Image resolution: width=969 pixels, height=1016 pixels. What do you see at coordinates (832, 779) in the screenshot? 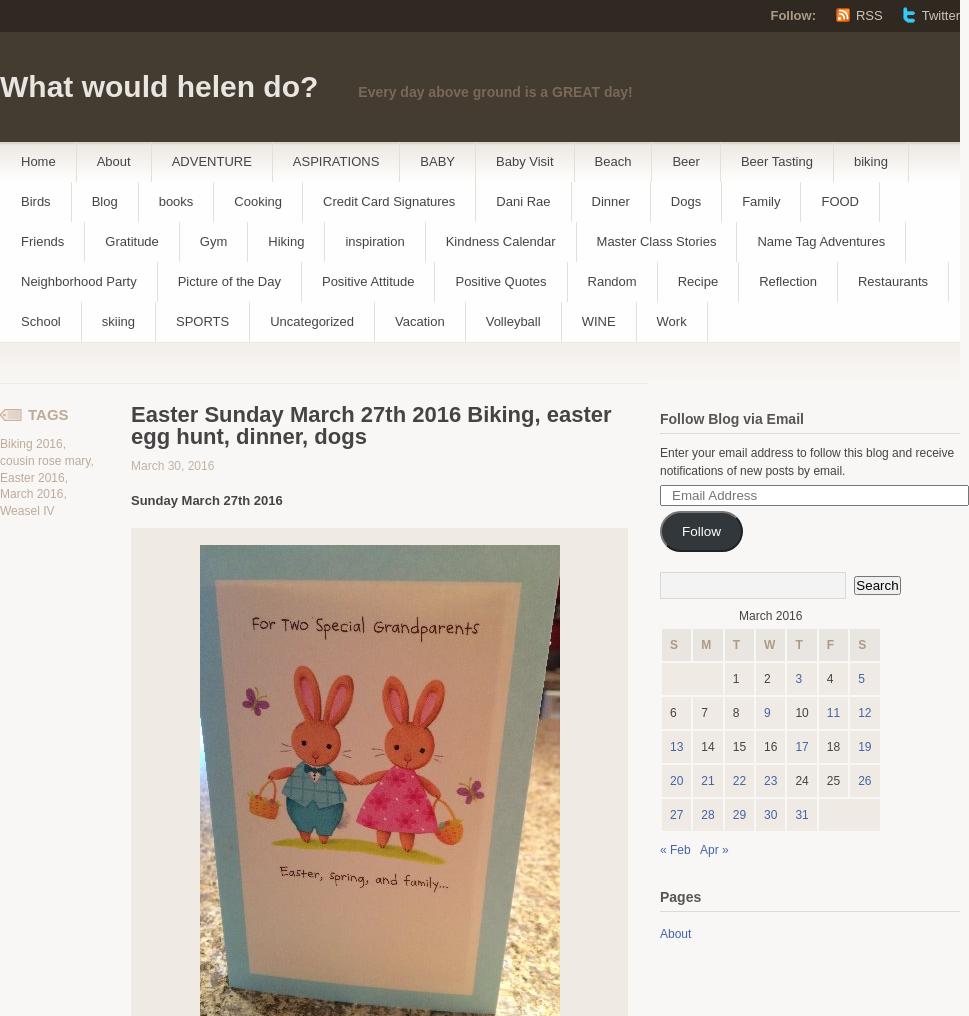
I see `'25'` at bounding box center [832, 779].